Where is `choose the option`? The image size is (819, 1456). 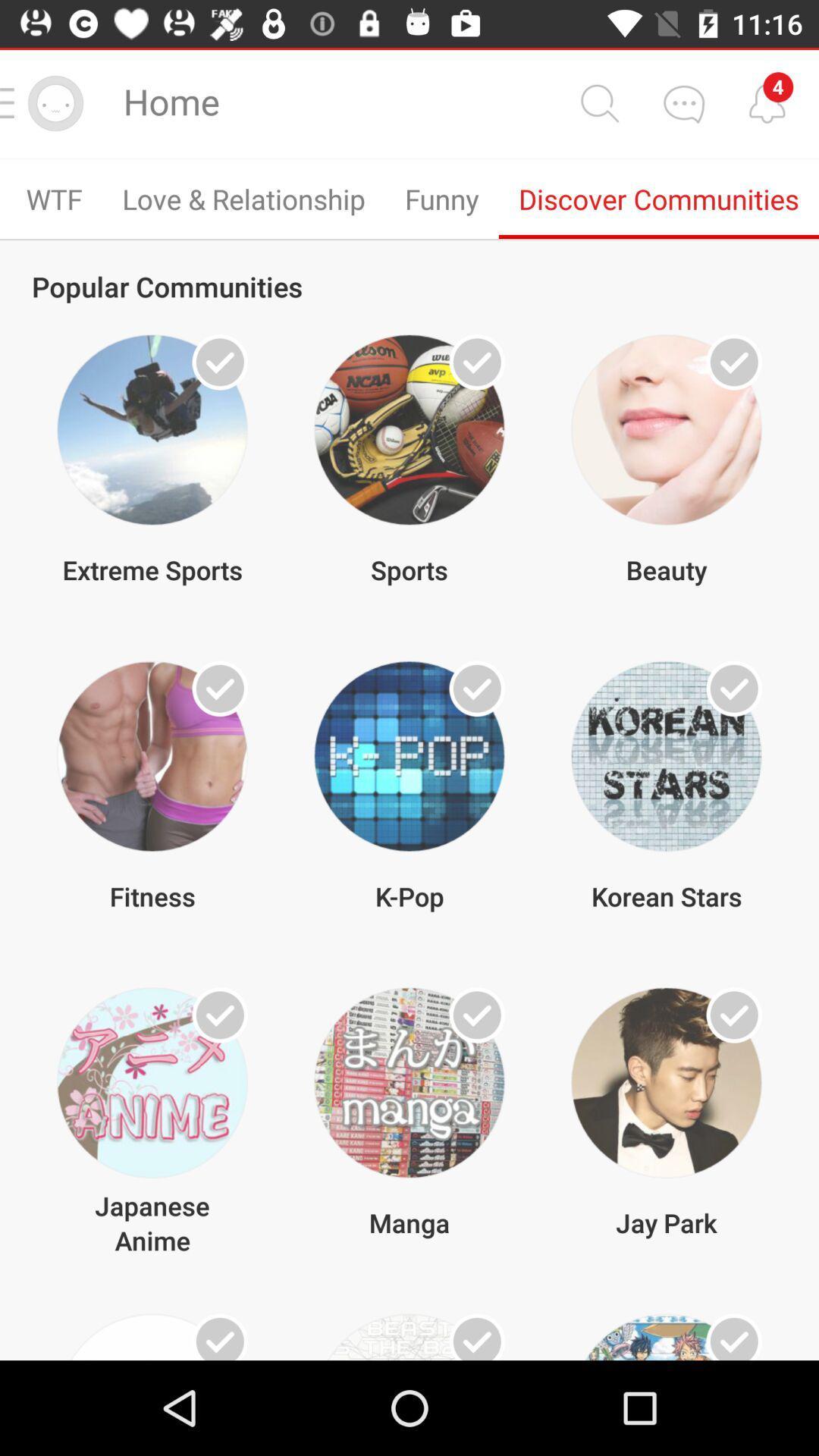 choose the option is located at coordinates (733, 1015).